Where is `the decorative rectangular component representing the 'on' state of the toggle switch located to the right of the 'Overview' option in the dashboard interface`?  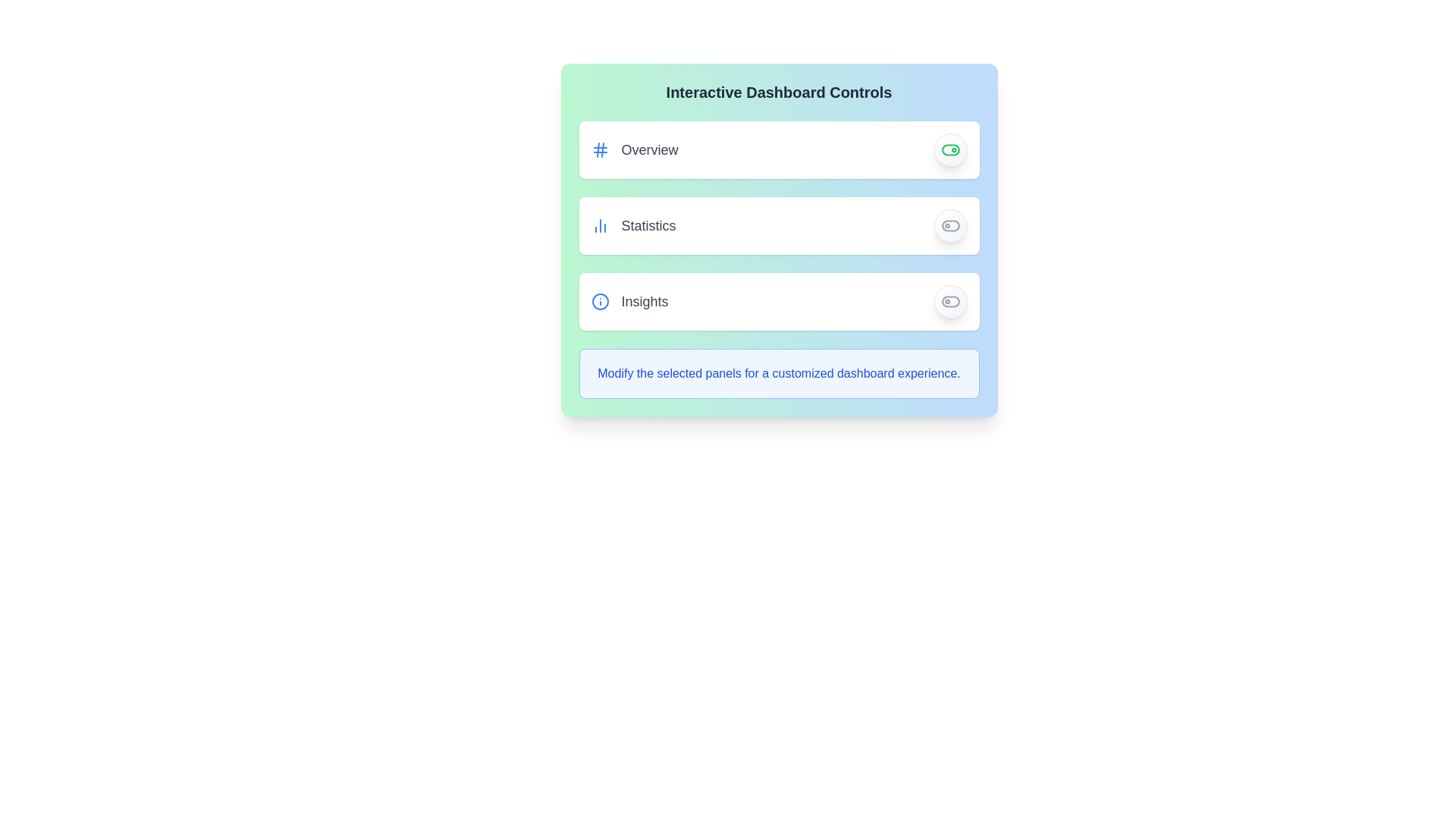 the decorative rectangular component representing the 'on' state of the toggle switch located to the right of the 'Overview' option in the dashboard interface is located at coordinates (949, 149).